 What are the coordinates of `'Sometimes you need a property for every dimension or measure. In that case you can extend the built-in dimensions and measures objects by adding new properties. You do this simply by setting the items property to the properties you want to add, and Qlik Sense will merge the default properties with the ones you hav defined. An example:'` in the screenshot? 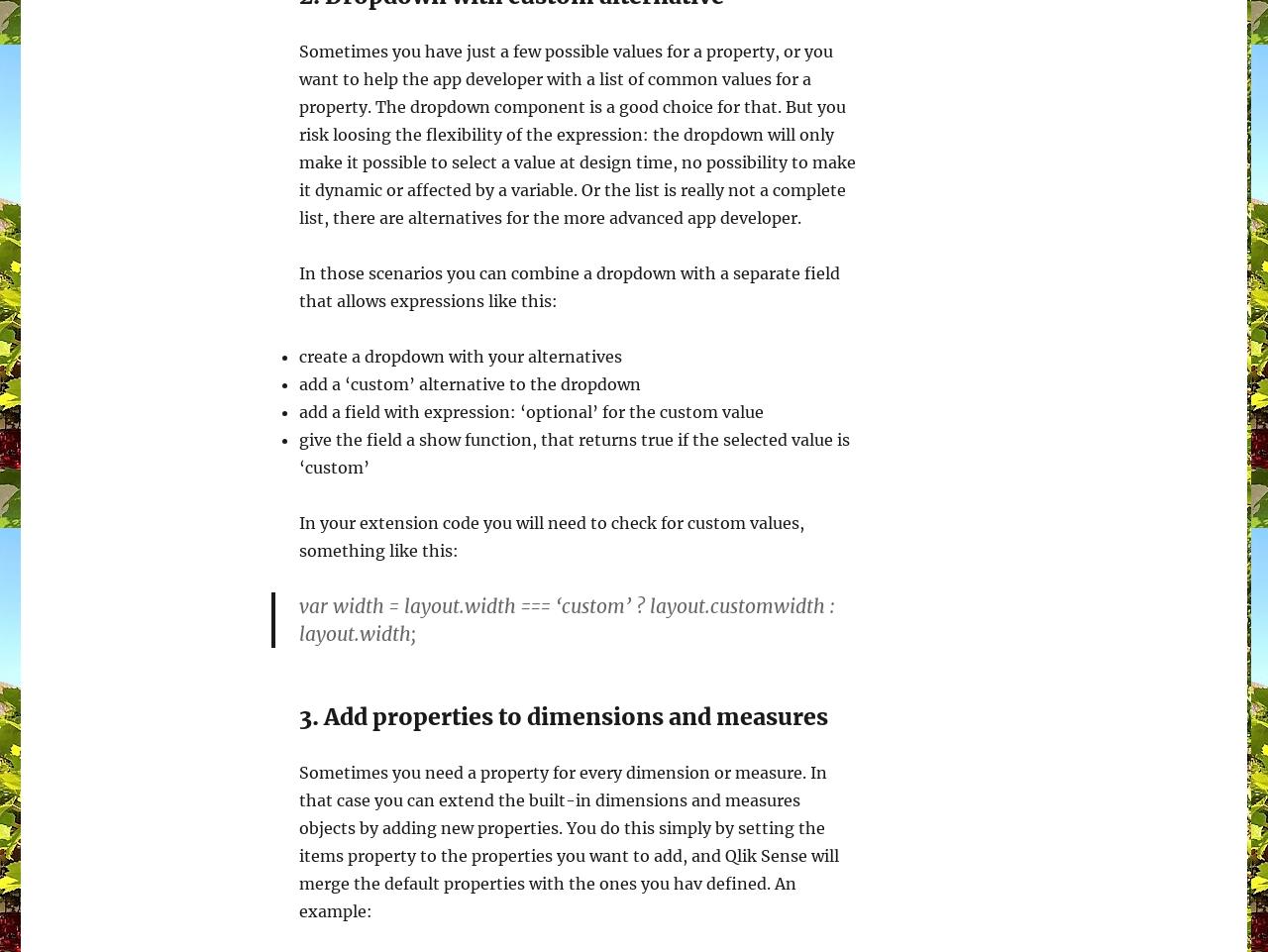 It's located at (568, 842).